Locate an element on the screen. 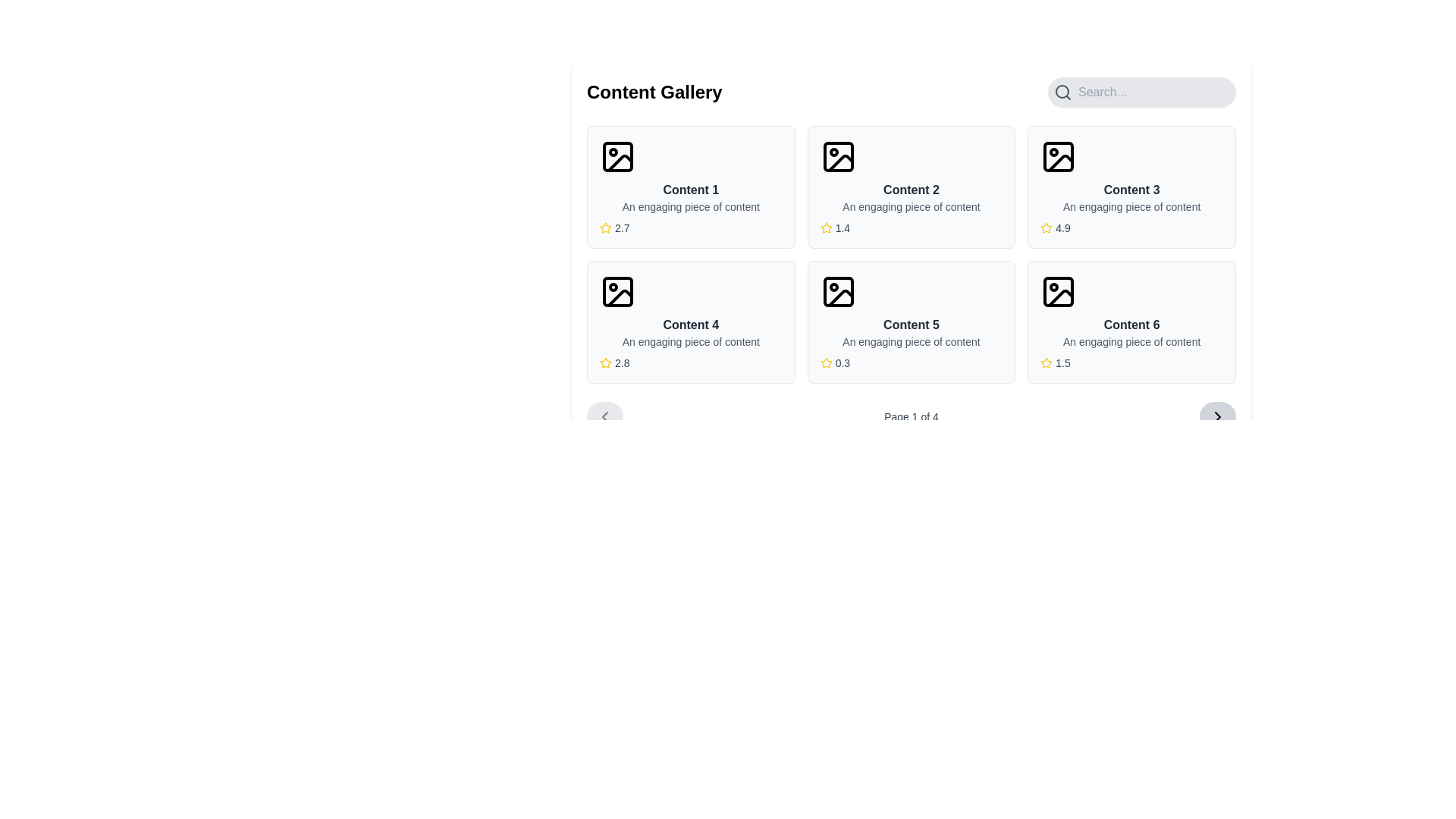 Image resolution: width=1456 pixels, height=819 pixels. rating value displayed as '4.9' in gray text, located next to the yellow star icon in the third content card under 'Content 3' is located at coordinates (1062, 227).